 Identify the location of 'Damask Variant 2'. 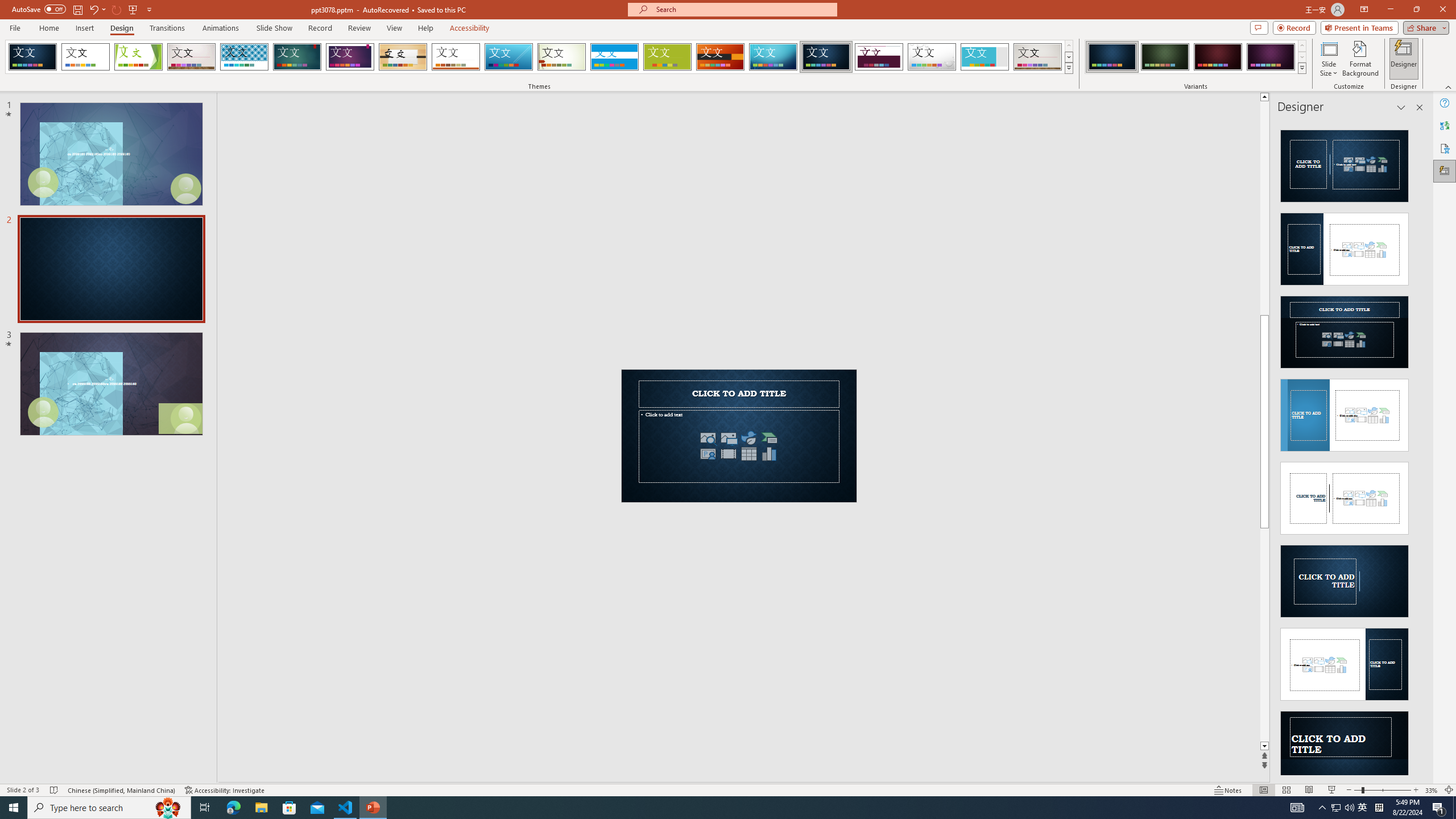
(1164, 56).